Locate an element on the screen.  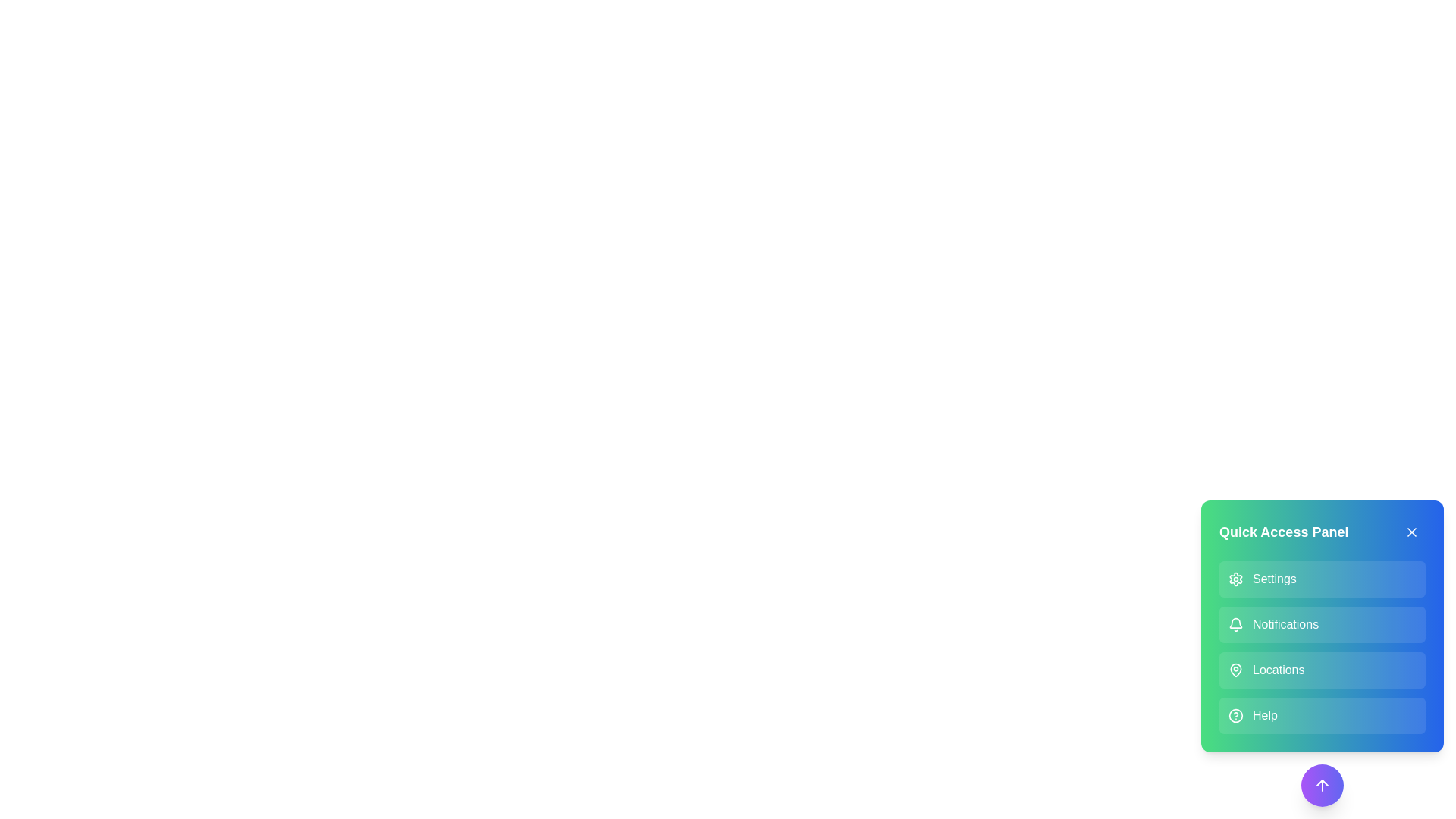
the help icon located at the leftmost edge of the 'Help' button in the bottom section of a vertical list within the quick-access panel is located at coordinates (1236, 716).